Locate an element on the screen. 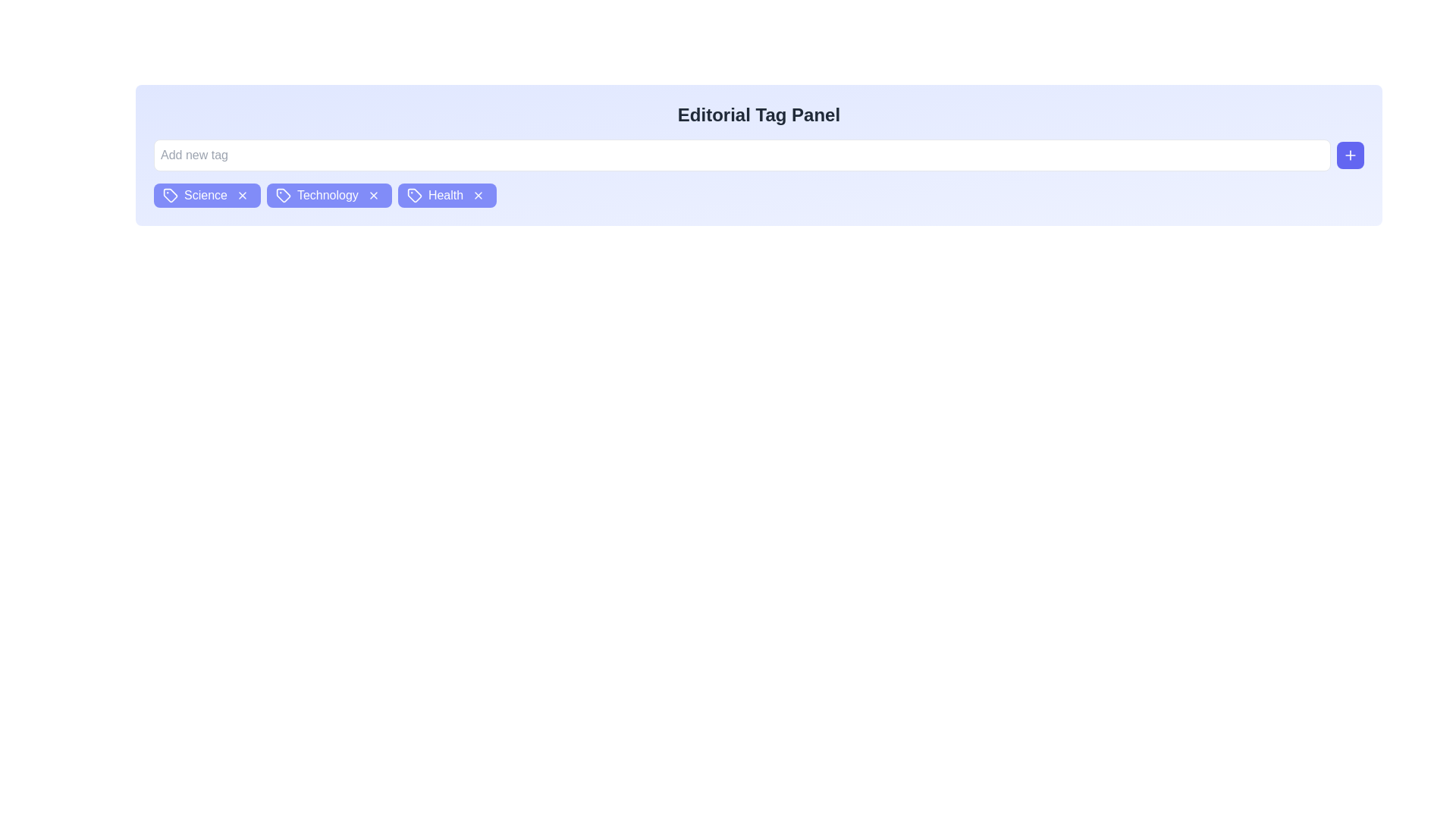 This screenshot has height=819, width=1456. the input field of the composite UI component for adding a new tag, located in the 'Editorial Tag Panel' is located at coordinates (759, 155).